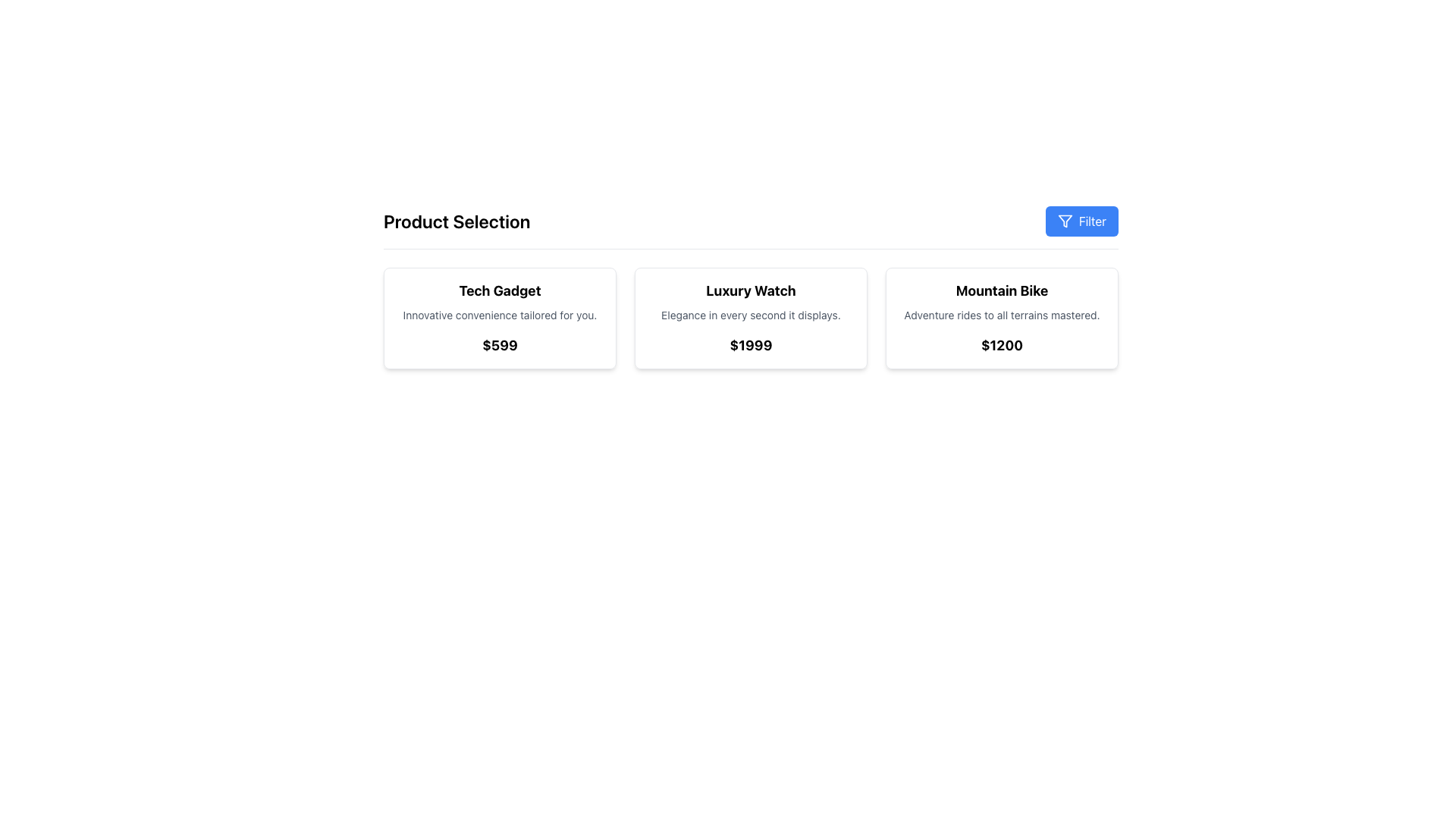 Image resolution: width=1456 pixels, height=819 pixels. I want to click on the filtering icon located inside the blue 'Filter' button at the top right of the layout, so click(1064, 221).